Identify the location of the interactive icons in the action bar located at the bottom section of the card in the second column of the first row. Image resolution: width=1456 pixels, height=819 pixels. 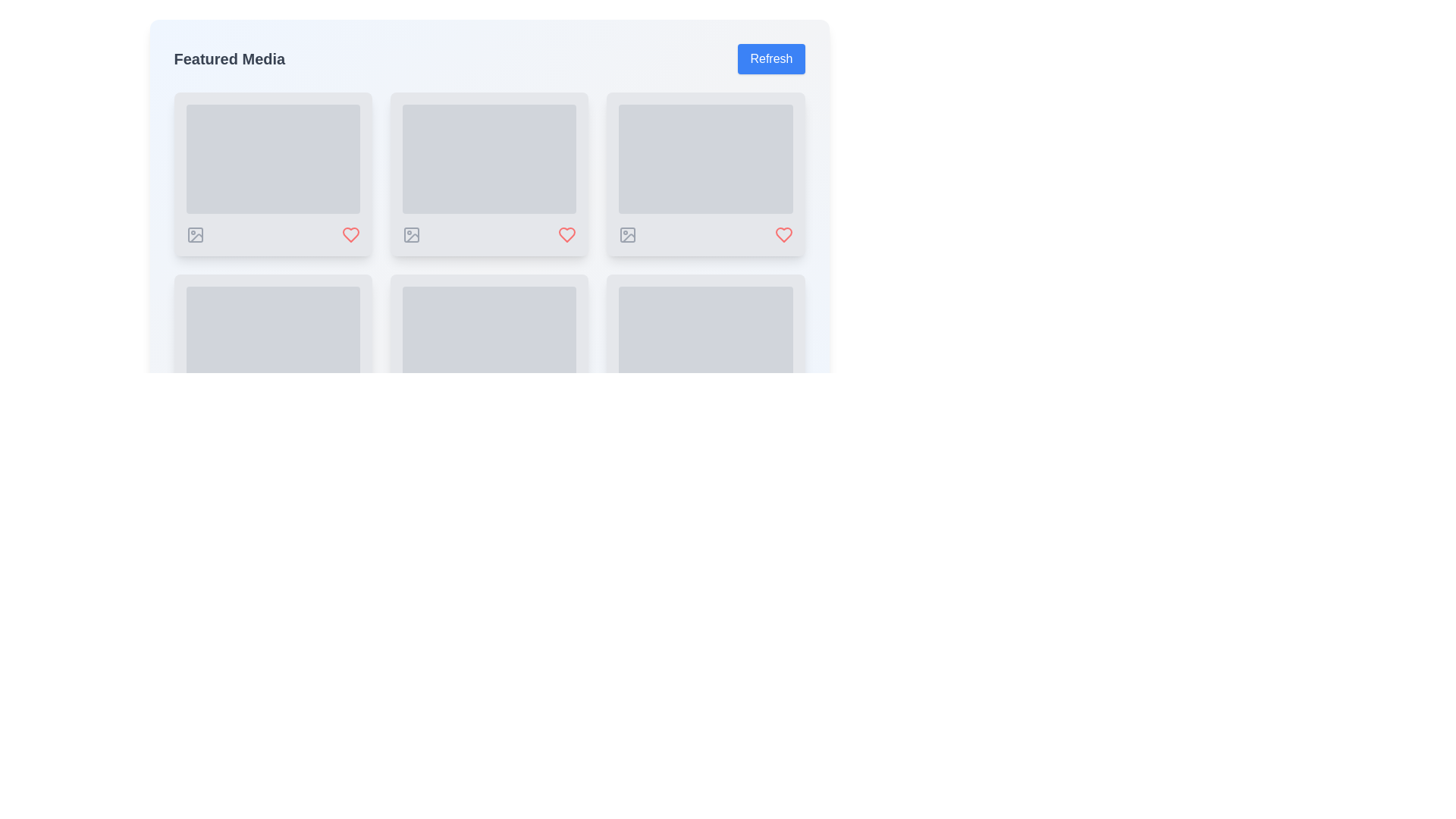
(273, 234).